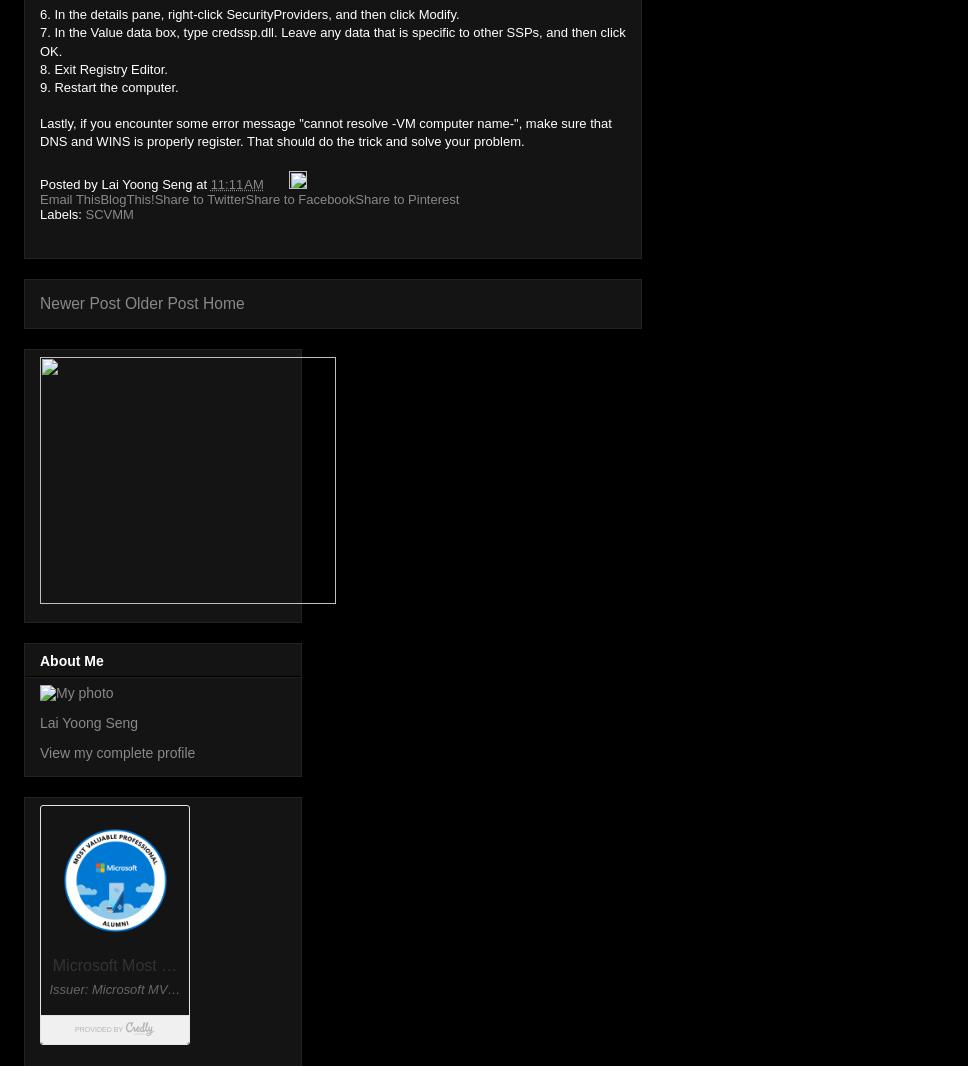 The height and width of the screenshot is (1066, 968). What do you see at coordinates (103, 67) in the screenshot?
I see `'8. Exit Registry Editor.'` at bounding box center [103, 67].